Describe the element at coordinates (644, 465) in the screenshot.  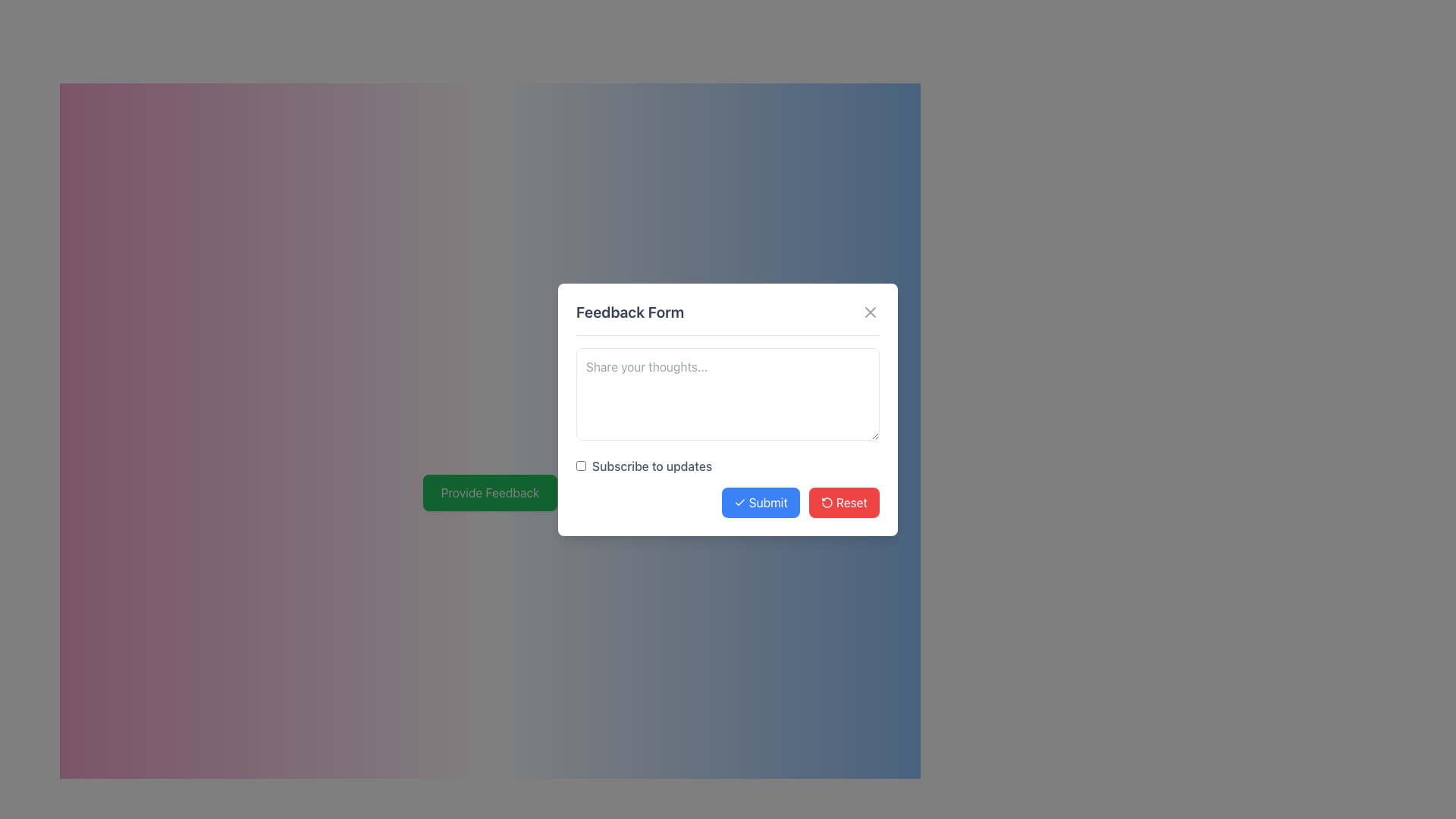
I see `the text label that describes the function of the adjacent checkbox in the feedback form modal` at that location.